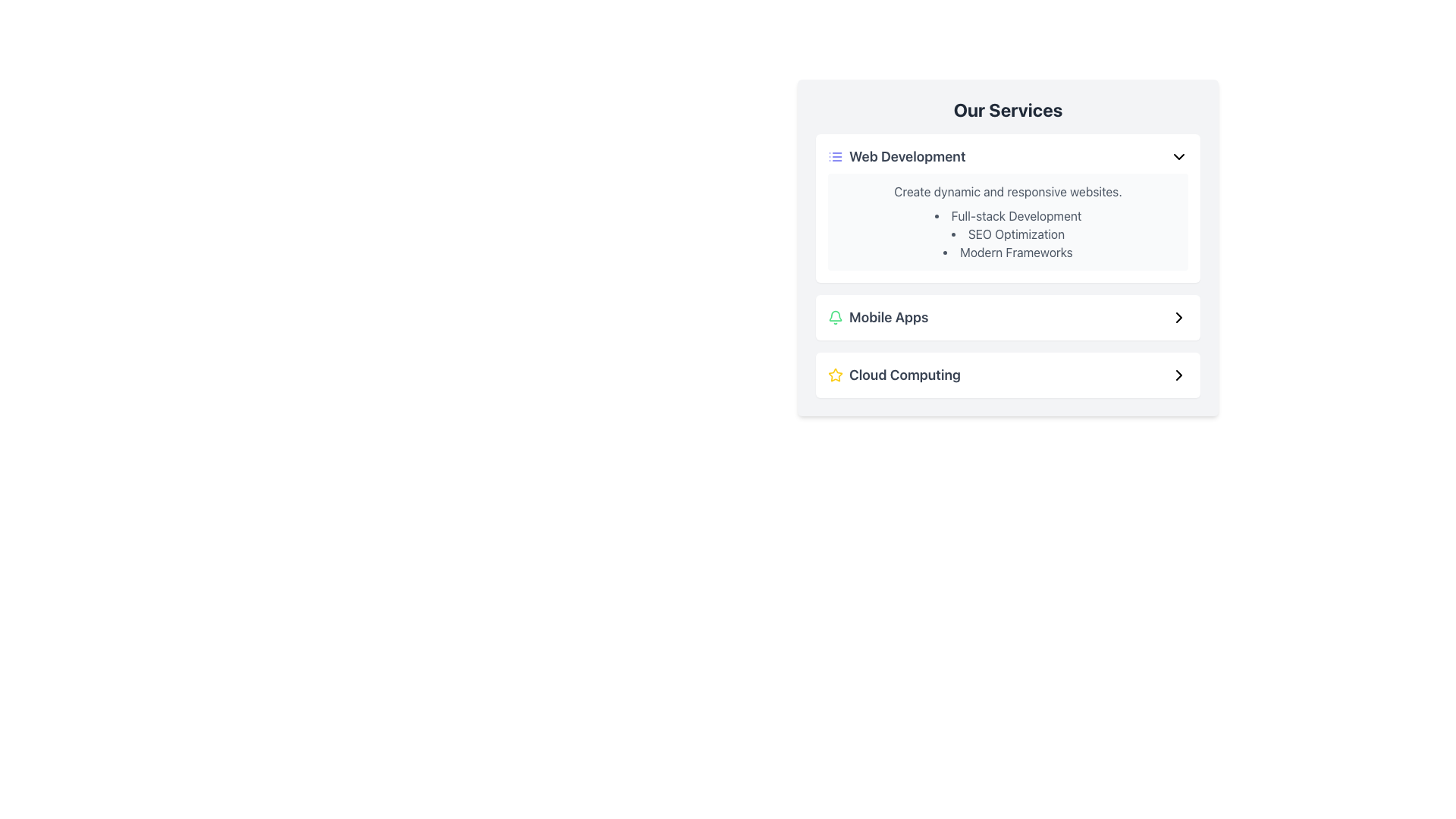  Describe the element at coordinates (1008, 375) in the screenshot. I see `the third interactive item under the 'Our Services' section` at that location.